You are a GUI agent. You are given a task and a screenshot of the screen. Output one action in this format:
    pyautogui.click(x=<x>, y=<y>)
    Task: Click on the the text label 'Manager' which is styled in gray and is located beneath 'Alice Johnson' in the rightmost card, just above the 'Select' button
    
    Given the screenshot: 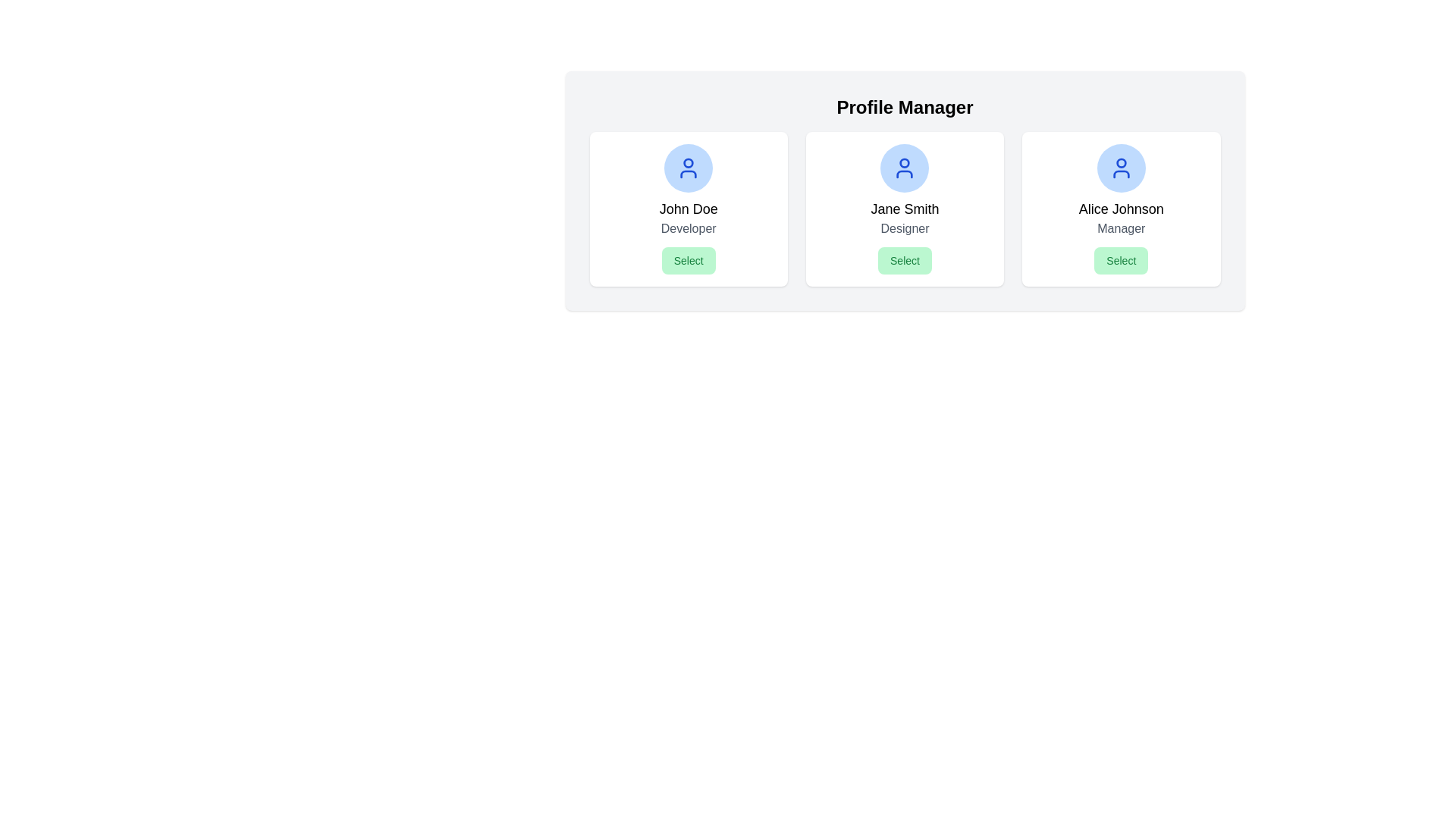 What is the action you would take?
    pyautogui.click(x=1121, y=228)
    